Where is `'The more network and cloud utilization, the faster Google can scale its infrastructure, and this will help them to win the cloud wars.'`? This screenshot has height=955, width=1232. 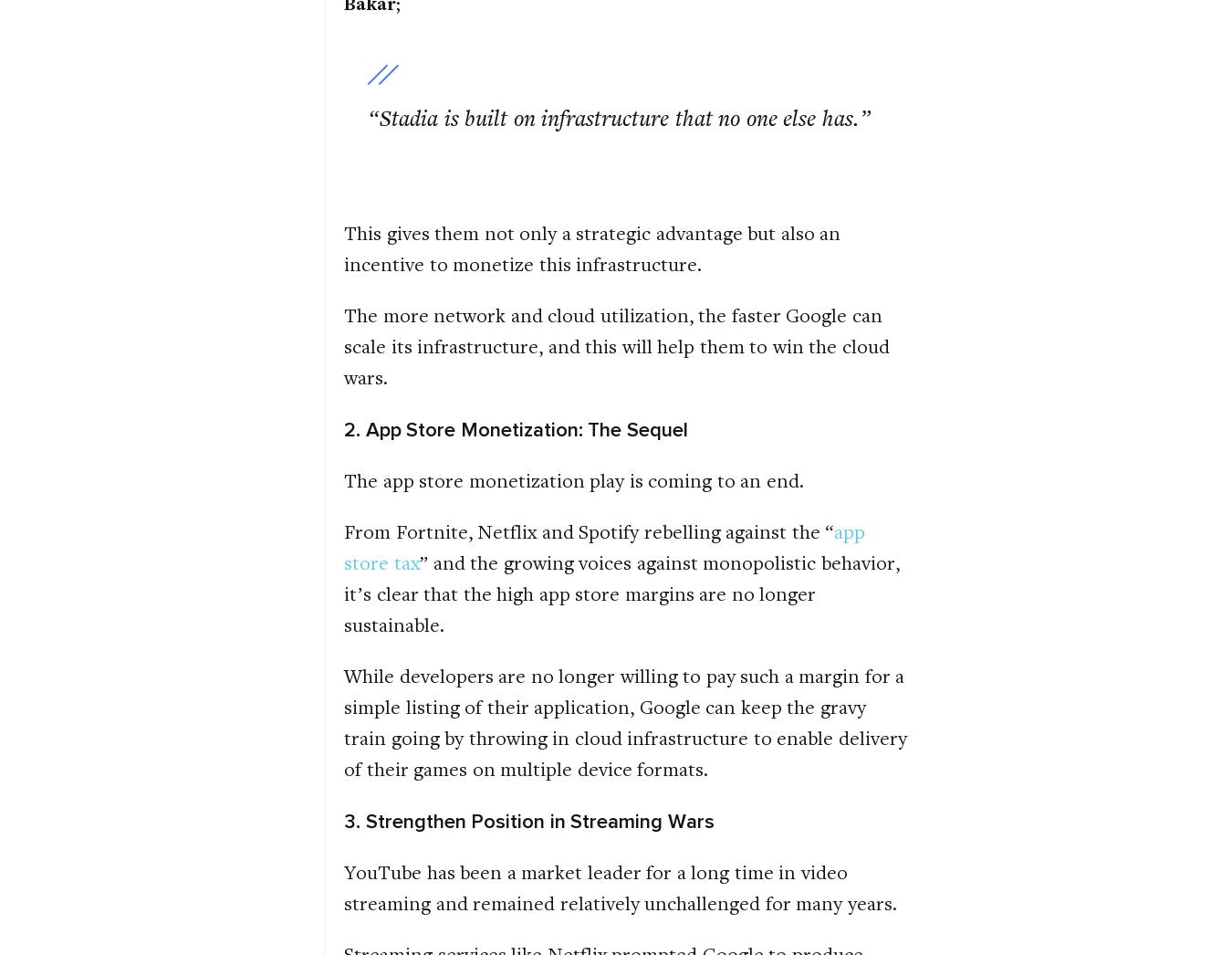 'The more network and cloud utilization, the faster Google can scale its infrastructure, and this will help them to win the cloud wars.' is located at coordinates (616, 345).